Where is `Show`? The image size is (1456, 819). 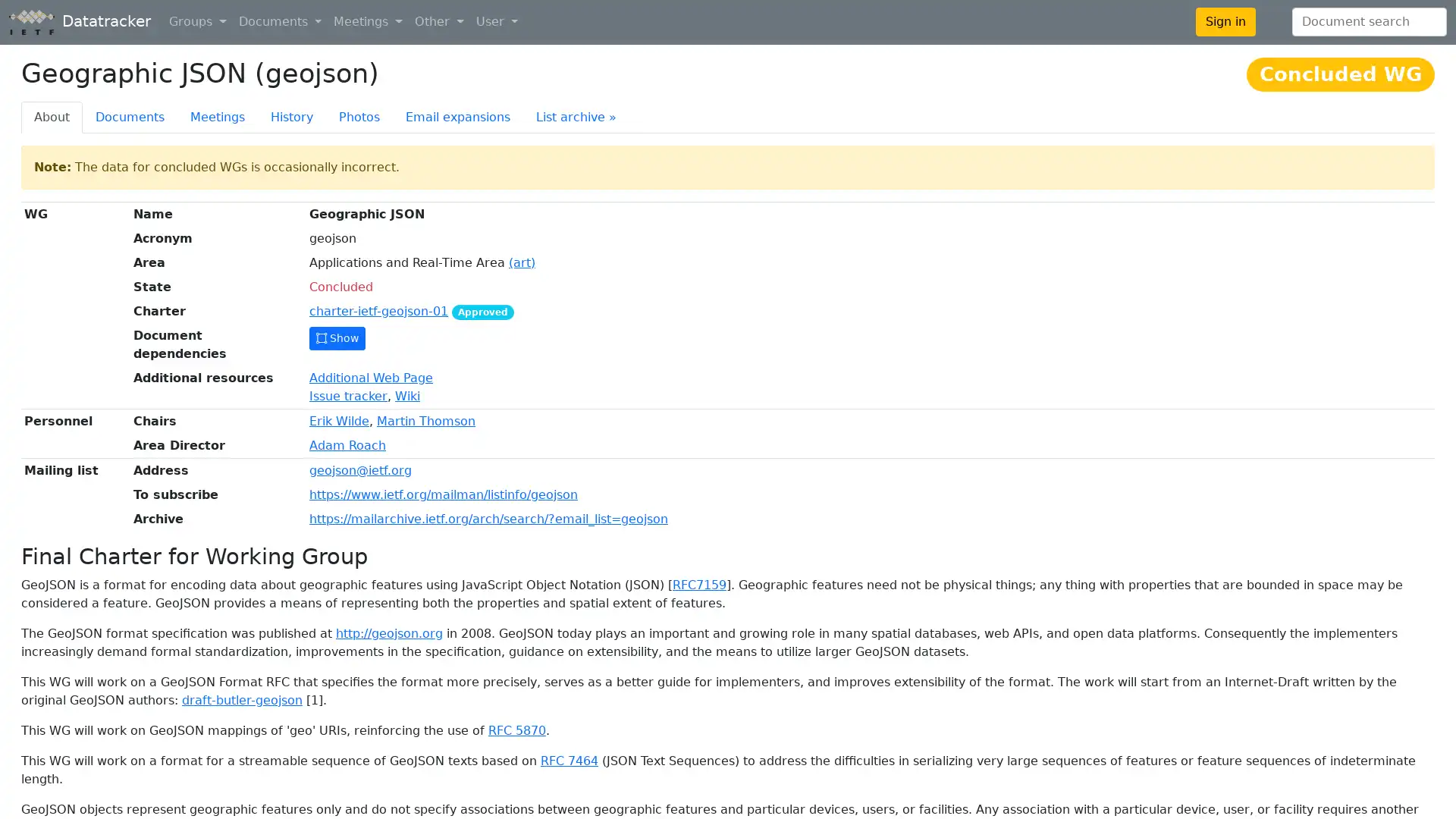 Show is located at coordinates (337, 337).